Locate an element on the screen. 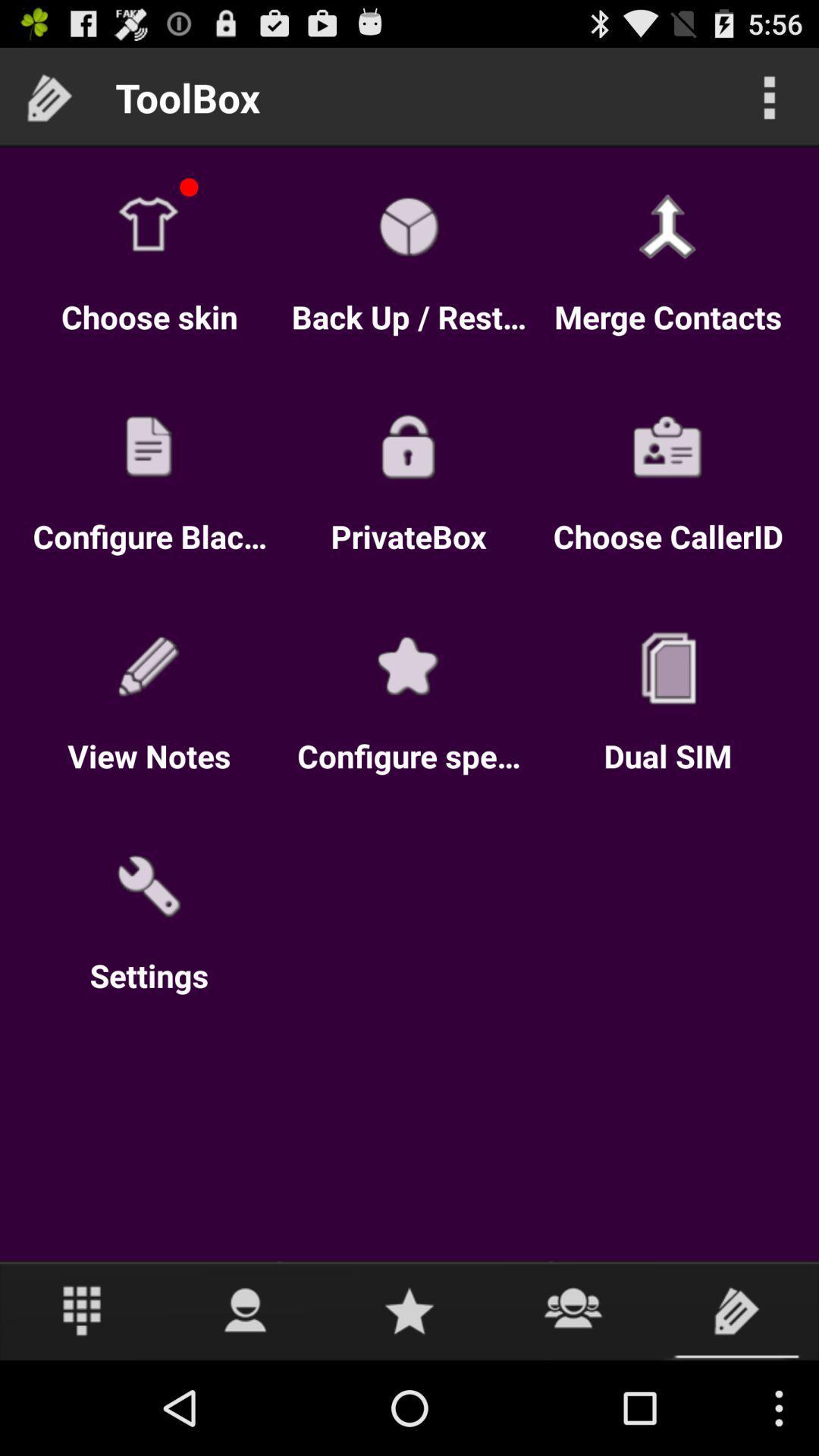 This screenshot has height=1456, width=819. contacts is located at coordinates (573, 1310).